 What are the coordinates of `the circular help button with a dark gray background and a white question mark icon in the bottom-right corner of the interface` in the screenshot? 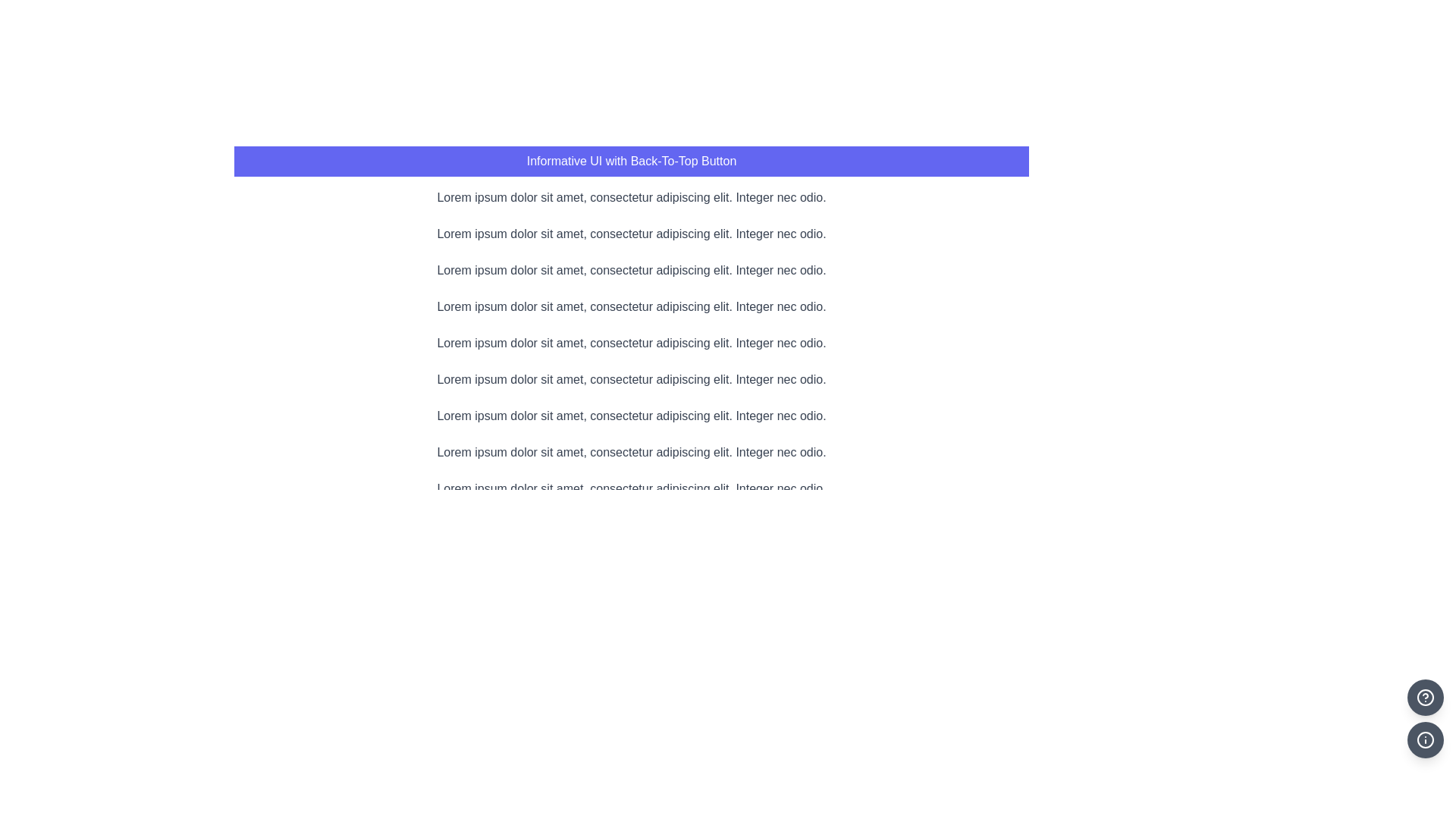 It's located at (1425, 698).